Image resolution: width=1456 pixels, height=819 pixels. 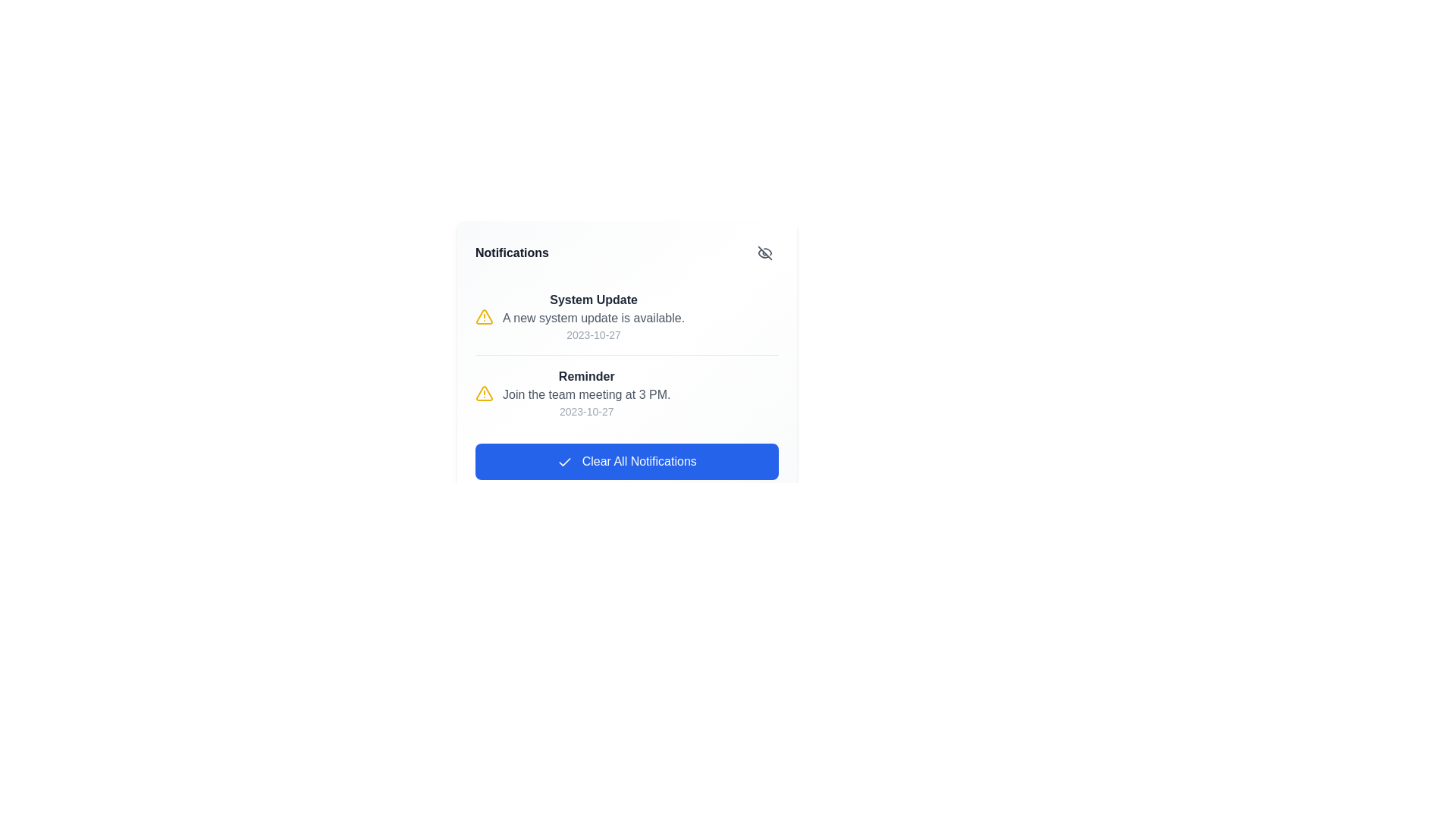 What do you see at coordinates (564, 461) in the screenshot?
I see `the visual state of the checkmark icon located within the 'Clear All Notifications' button, specifically positioned towards the left side near the center of the button` at bounding box center [564, 461].